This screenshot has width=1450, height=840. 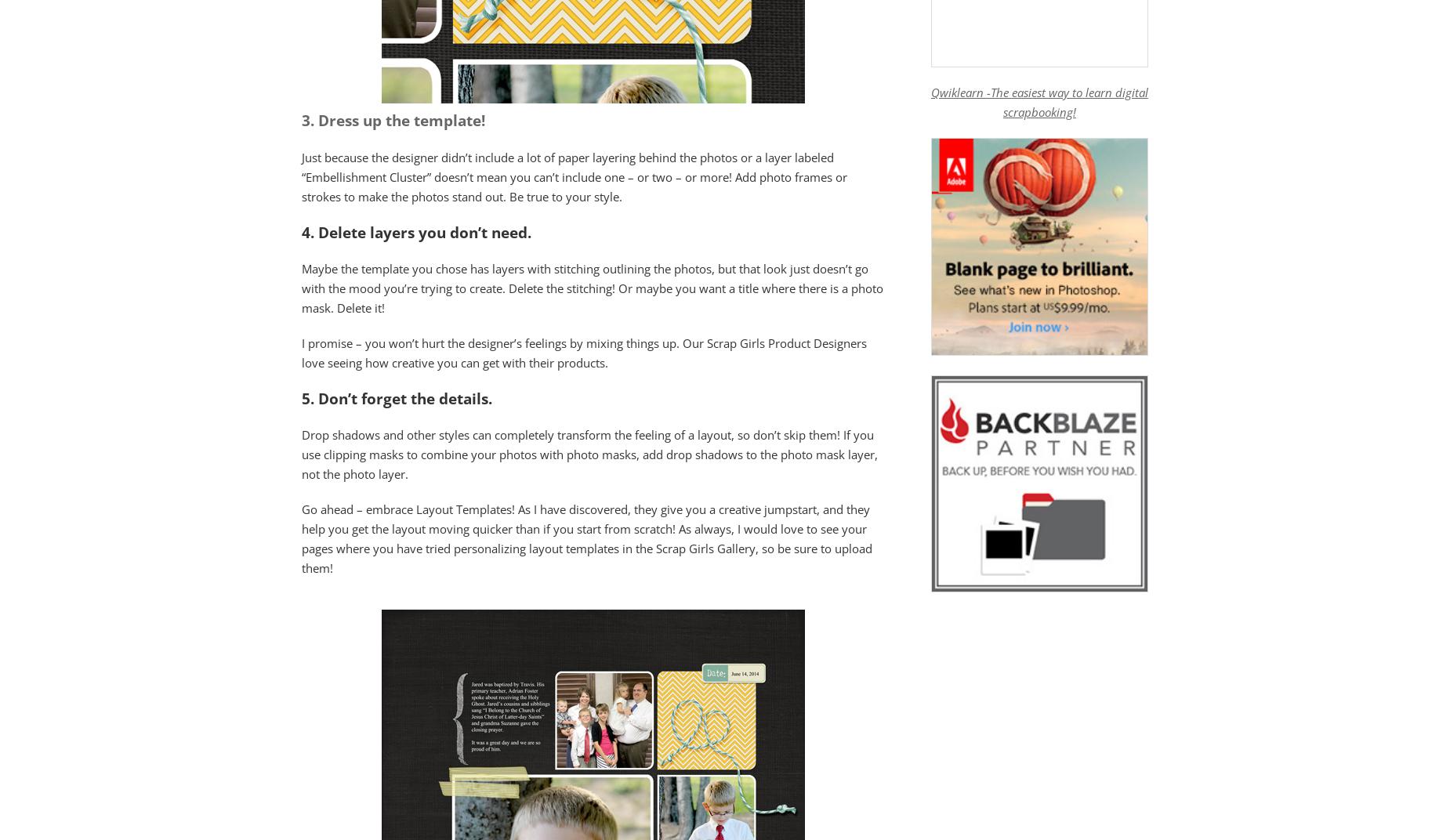 What do you see at coordinates (398, 397) in the screenshot?
I see `'5. Don’t forget the details.'` at bounding box center [398, 397].